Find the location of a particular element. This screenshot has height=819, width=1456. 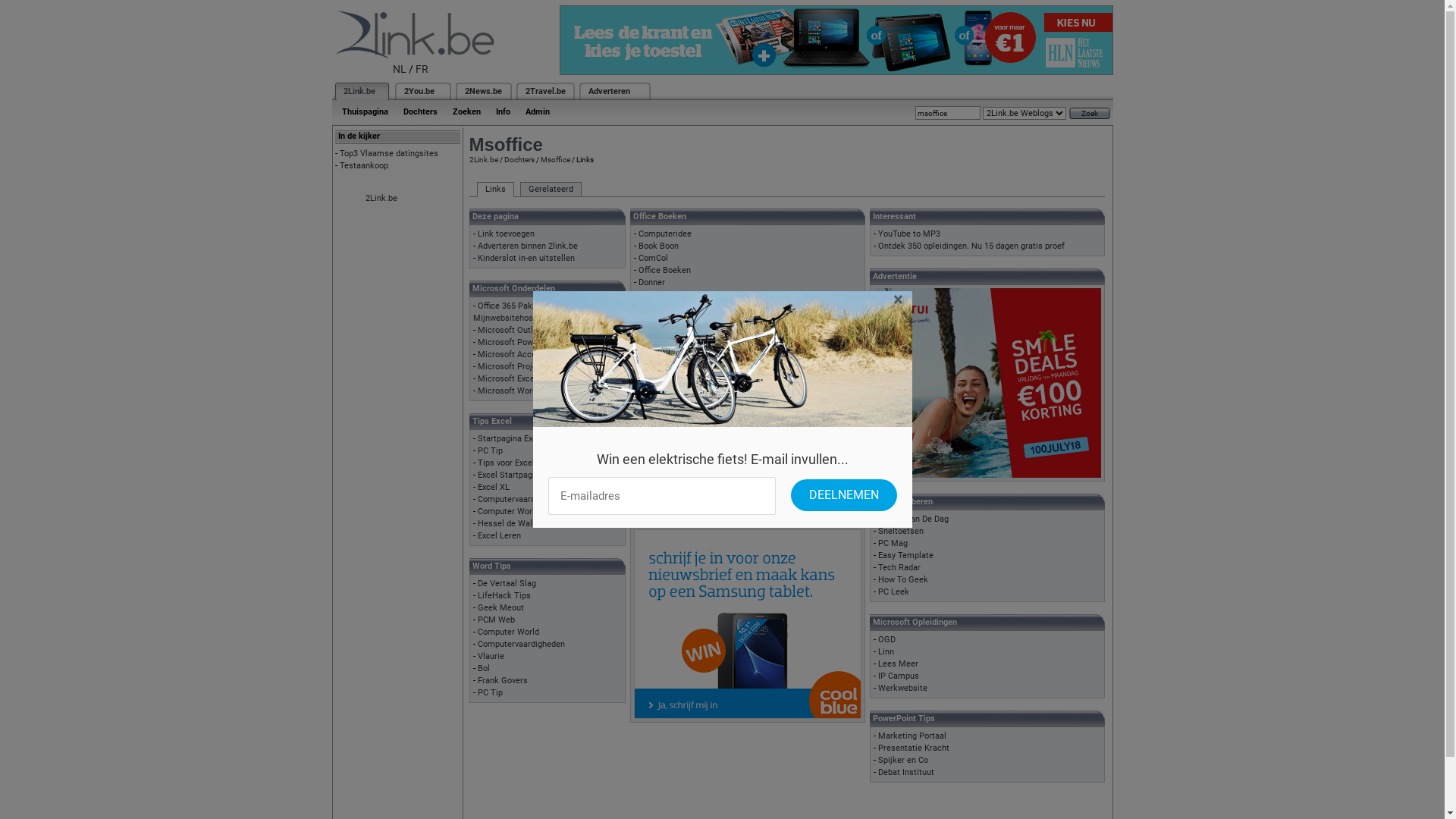

'Microsoft Access' is located at coordinates (511, 354).